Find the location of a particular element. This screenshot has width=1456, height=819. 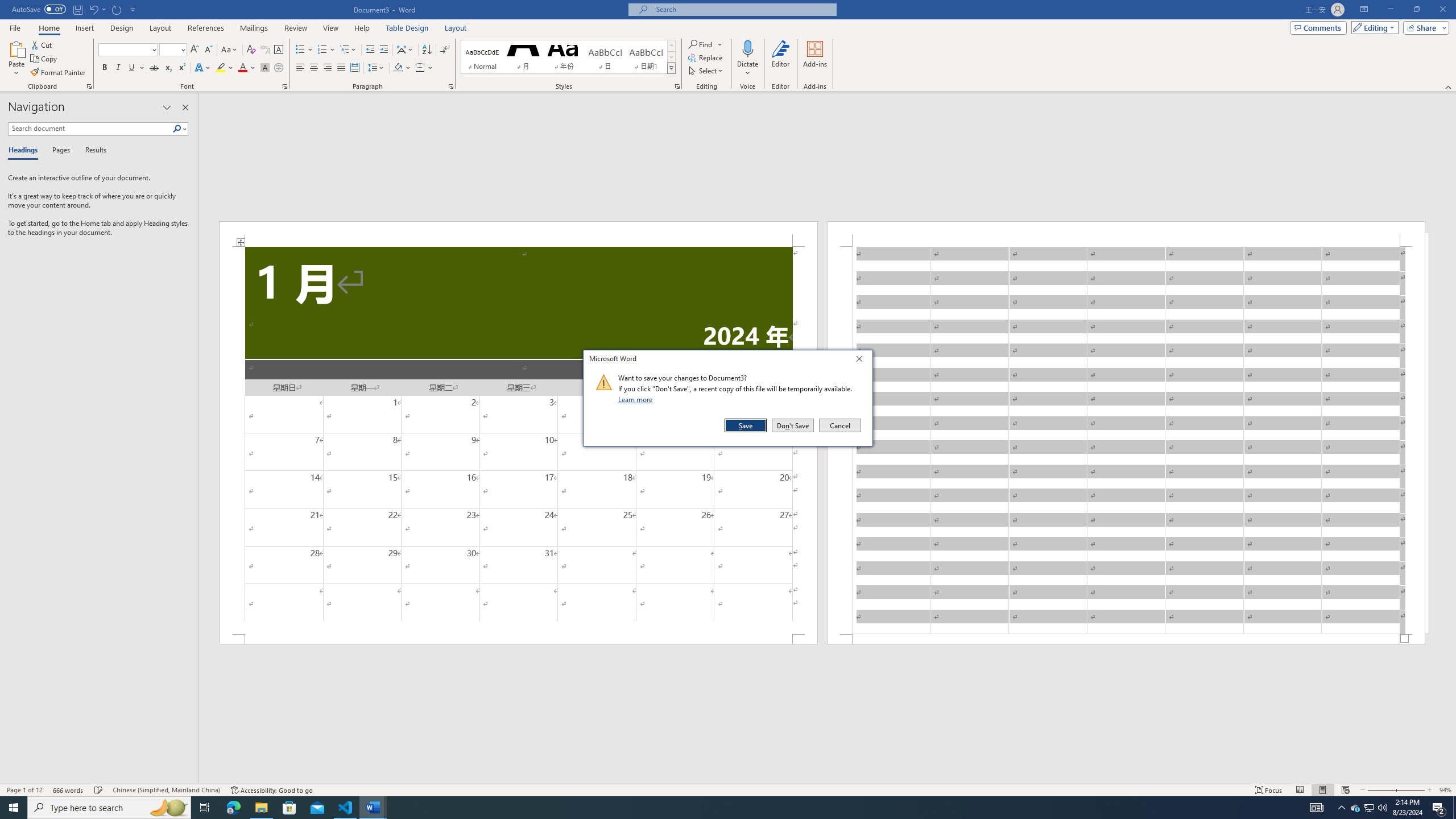

'AutomationID: 4105' is located at coordinates (1317, 806).